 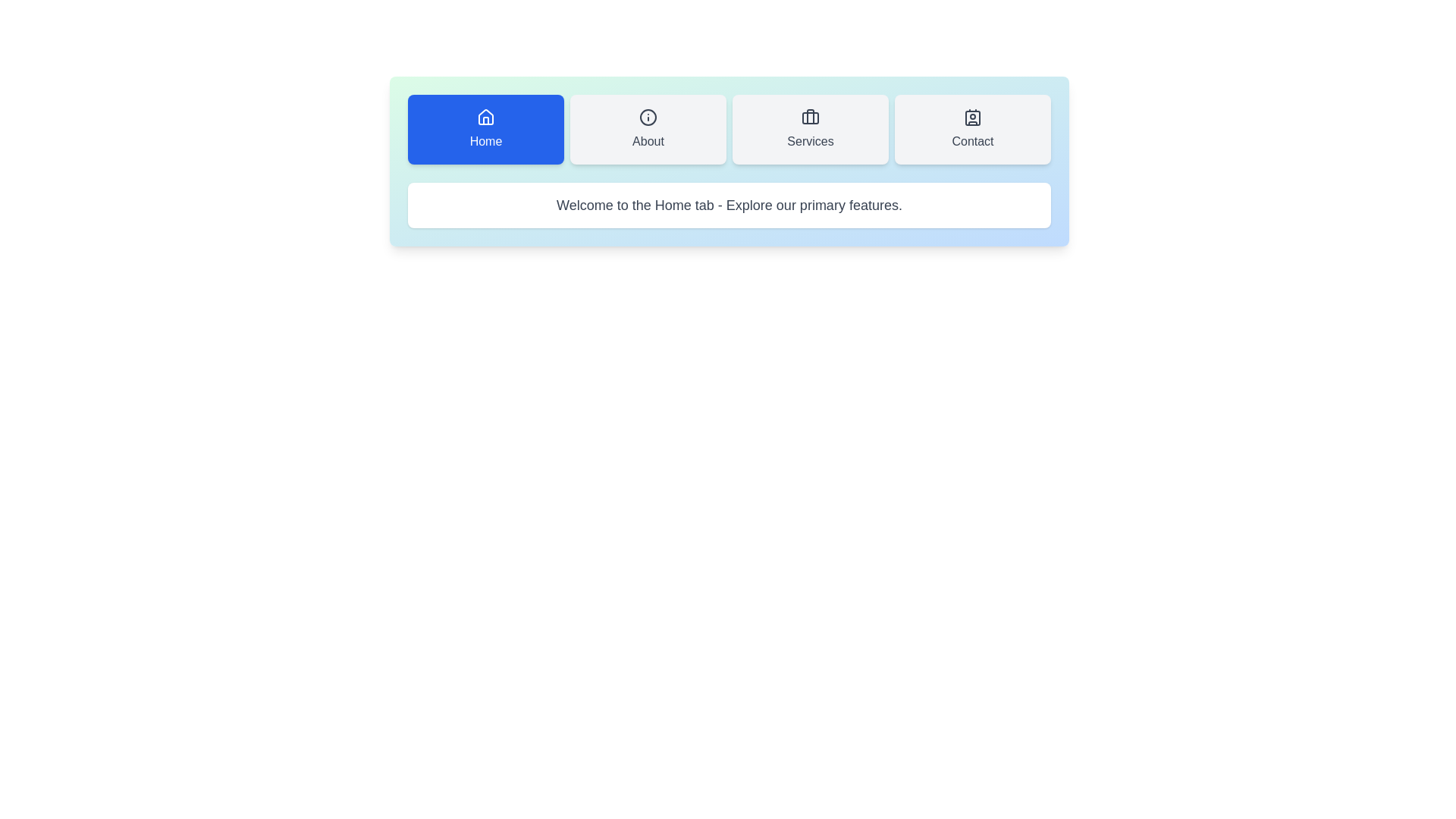 I want to click on the button in the fourth slot of the grid layout, so click(x=972, y=128).